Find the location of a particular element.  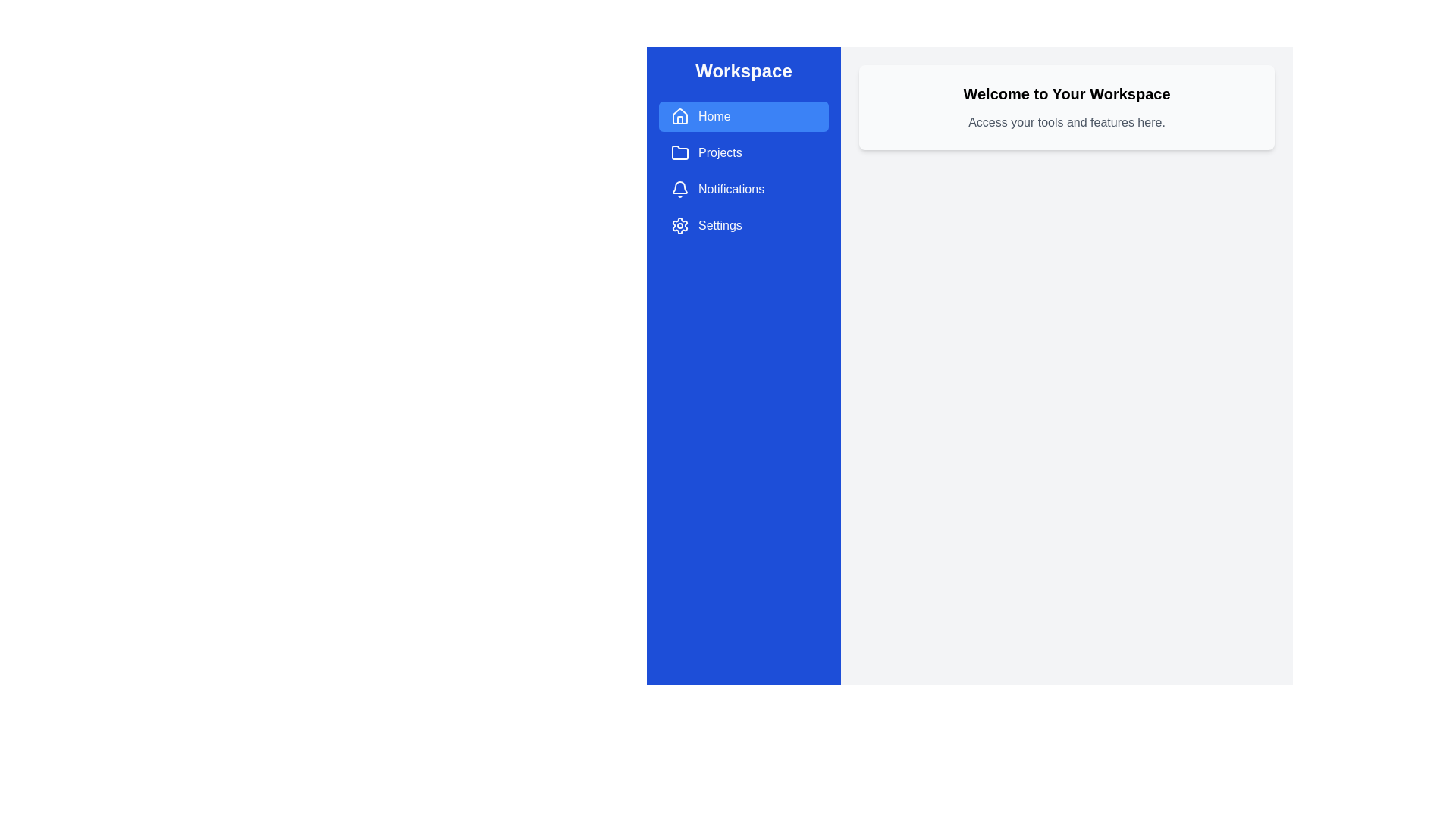

the 'Projects' navigation button located in the vertical menu of the sidebar, positioned between the 'Home' and 'Notifications' buttons is located at coordinates (743, 152).